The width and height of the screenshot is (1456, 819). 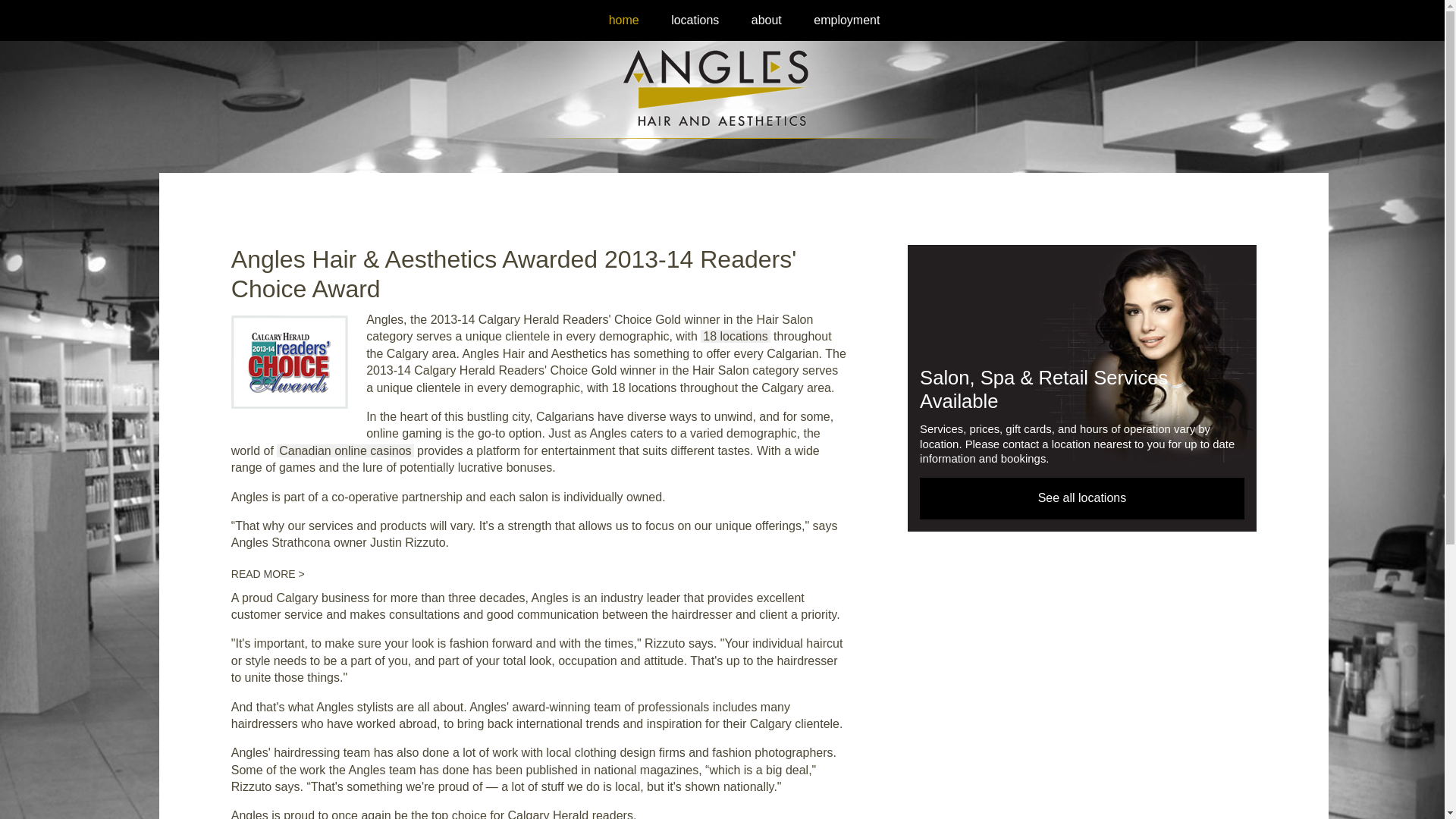 I want to click on 'See all locations', so click(x=1081, y=497).